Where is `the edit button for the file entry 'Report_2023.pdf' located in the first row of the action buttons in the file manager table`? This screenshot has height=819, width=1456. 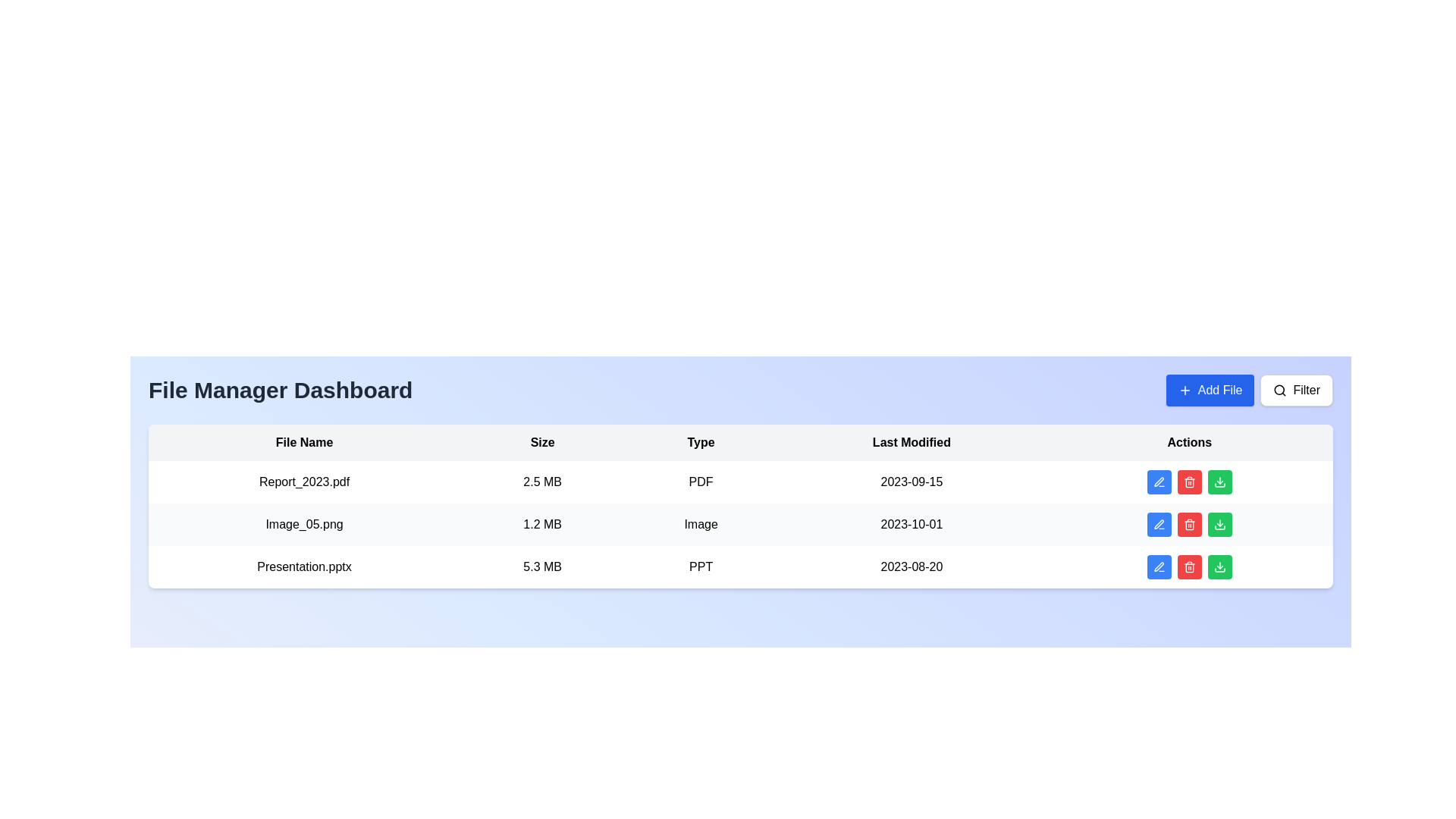 the edit button for the file entry 'Report_2023.pdf' located in the first row of the action buttons in the file manager table is located at coordinates (1158, 482).